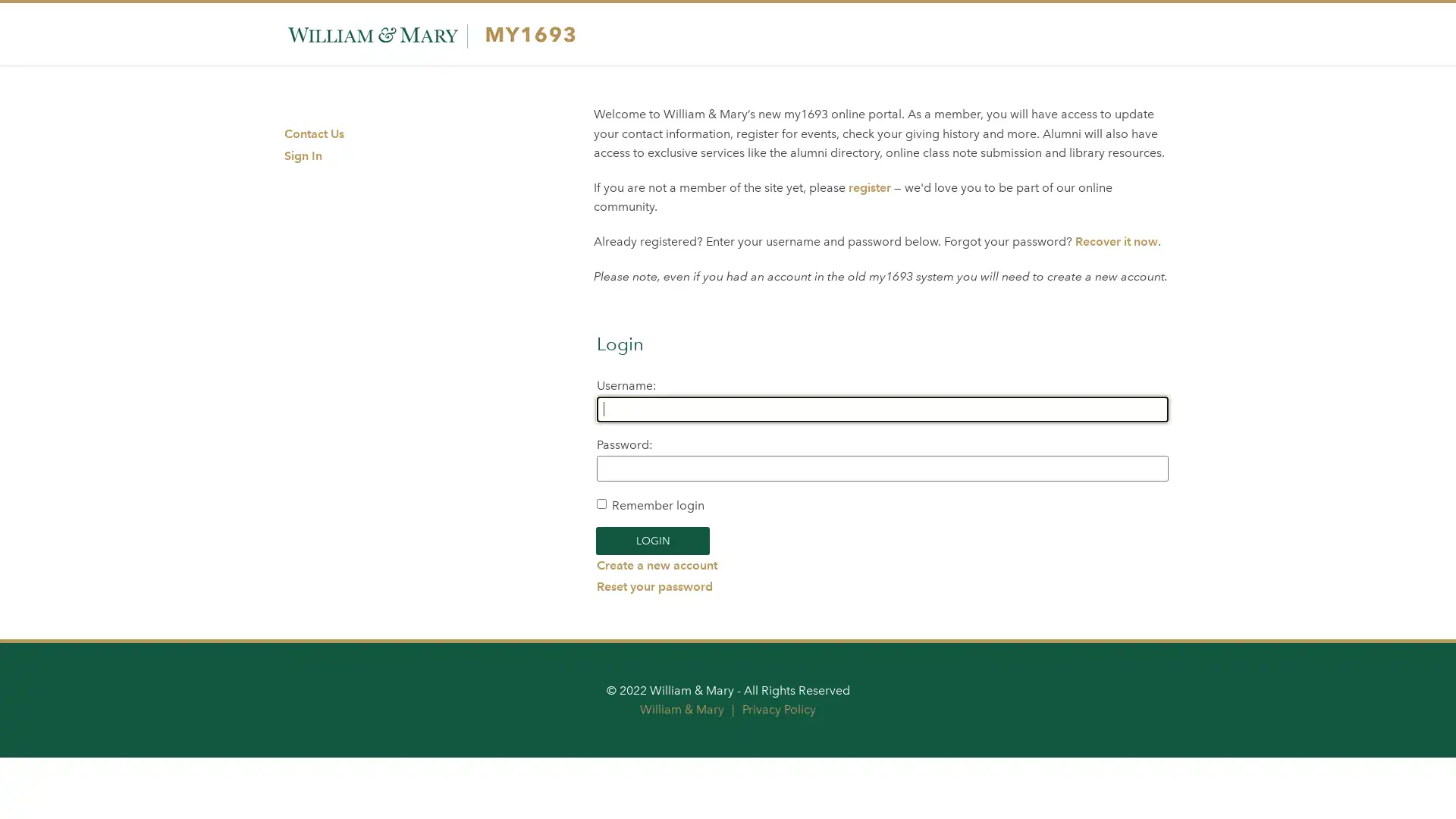 The width and height of the screenshot is (1456, 819). What do you see at coordinates (652, 540) in the screenshot?
I see `Login` at bounding box center [652, 540].